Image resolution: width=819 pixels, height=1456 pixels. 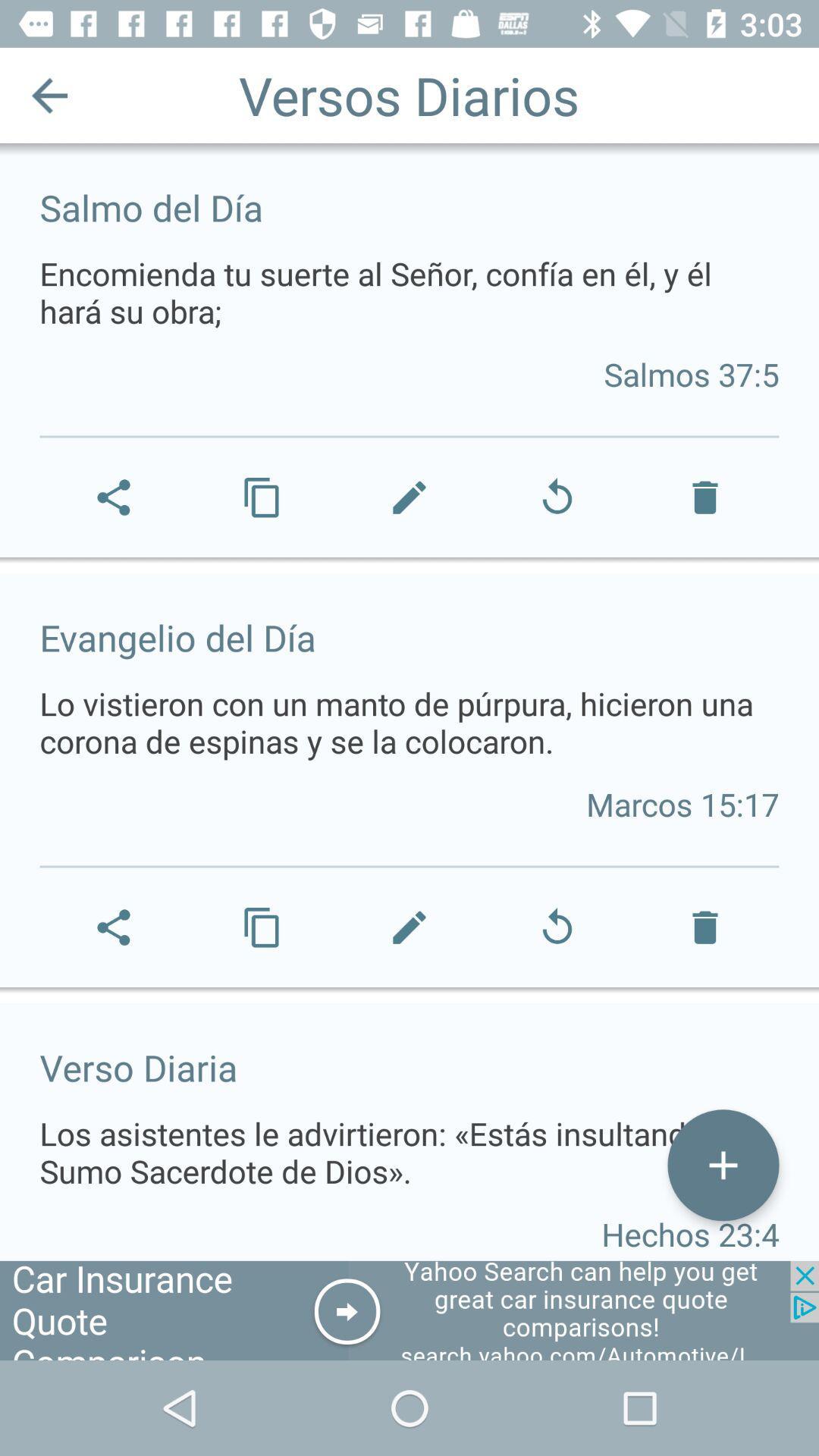 I want to click on the icon at the bottom right corner, so click(x=722, y=1164).